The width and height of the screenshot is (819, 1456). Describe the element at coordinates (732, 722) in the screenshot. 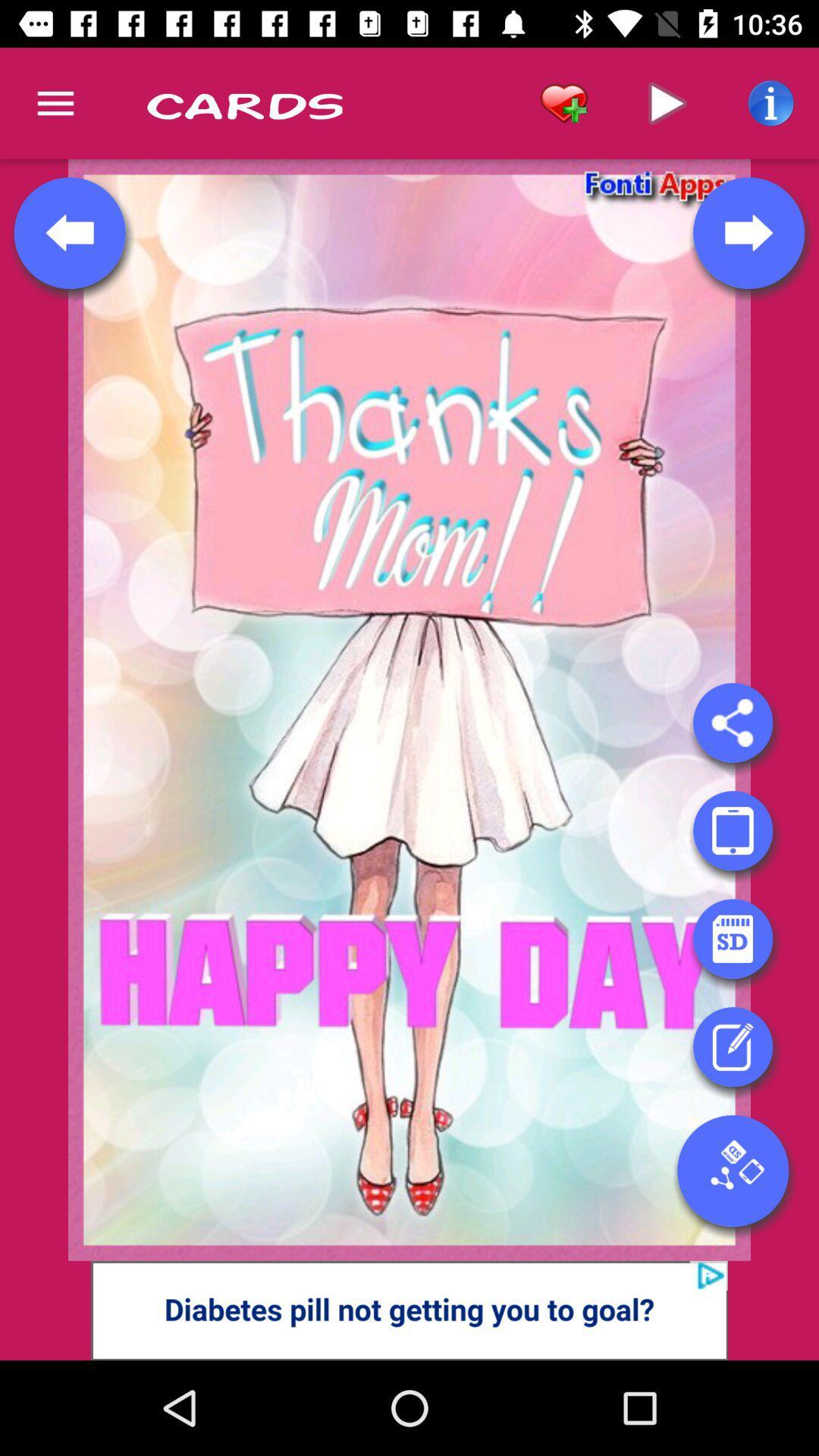

I see `share` at that location.